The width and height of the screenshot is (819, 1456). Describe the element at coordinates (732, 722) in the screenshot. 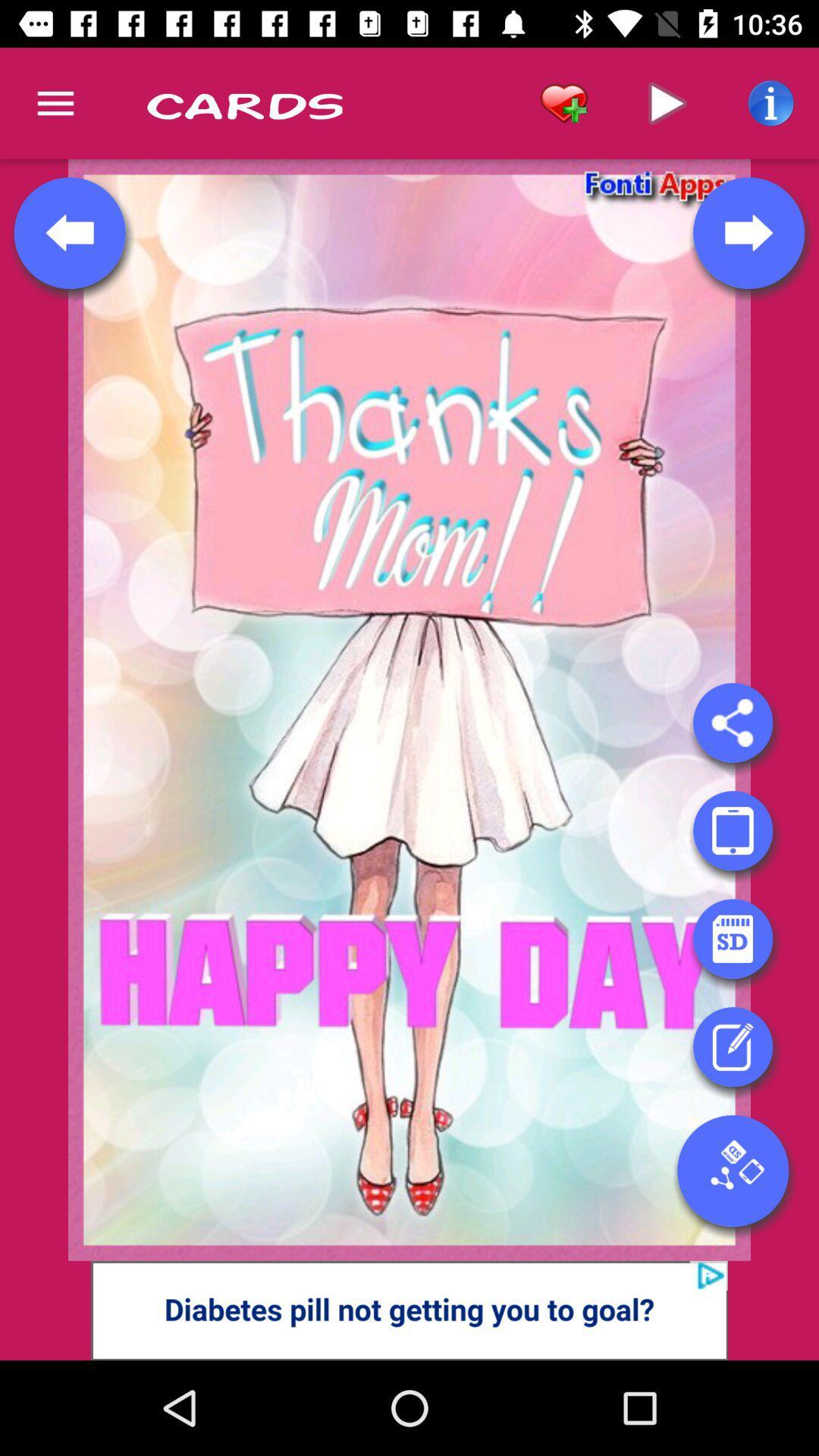

I see `share` at that location.